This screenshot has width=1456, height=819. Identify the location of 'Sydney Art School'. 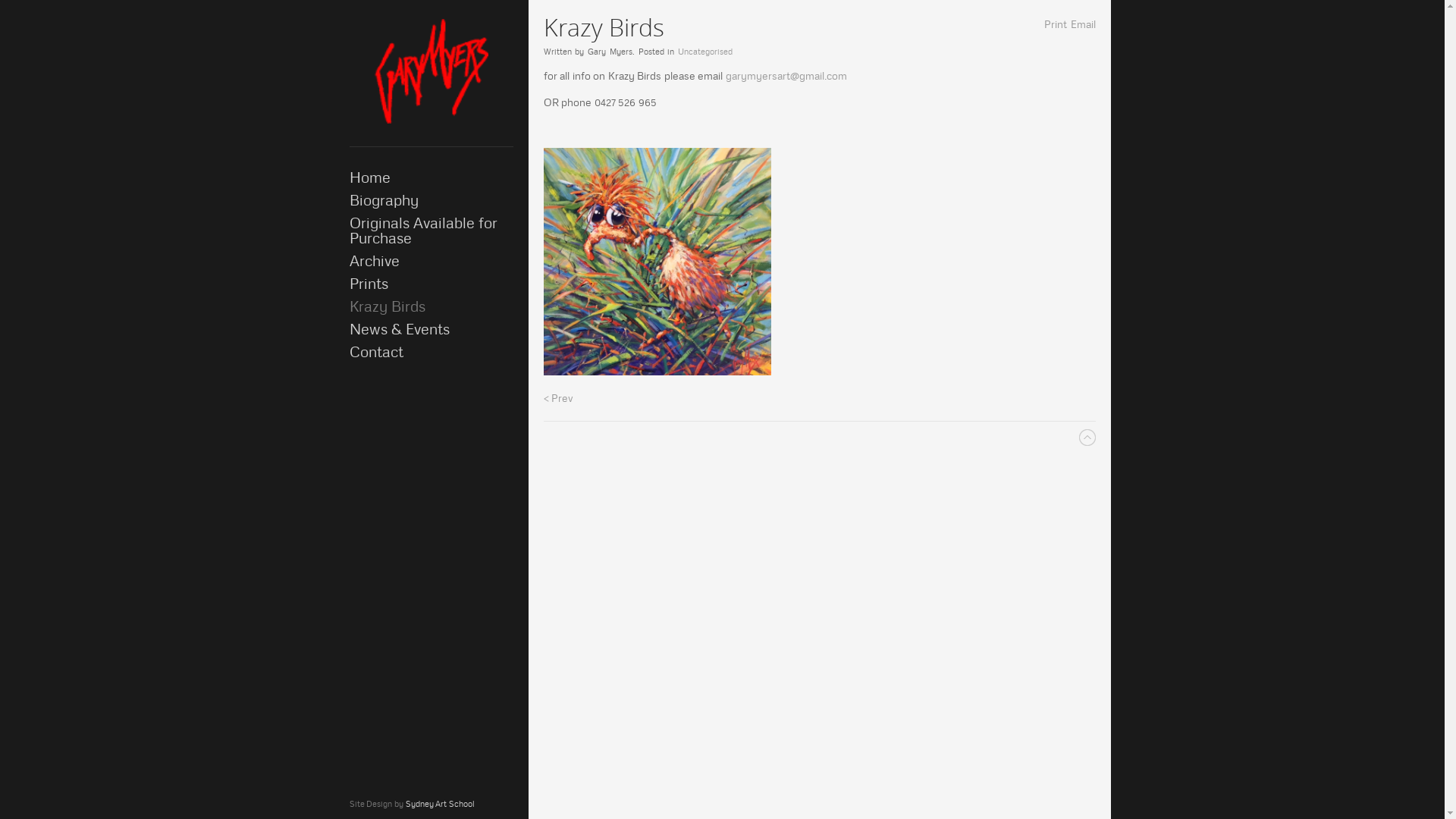
(439, 803).